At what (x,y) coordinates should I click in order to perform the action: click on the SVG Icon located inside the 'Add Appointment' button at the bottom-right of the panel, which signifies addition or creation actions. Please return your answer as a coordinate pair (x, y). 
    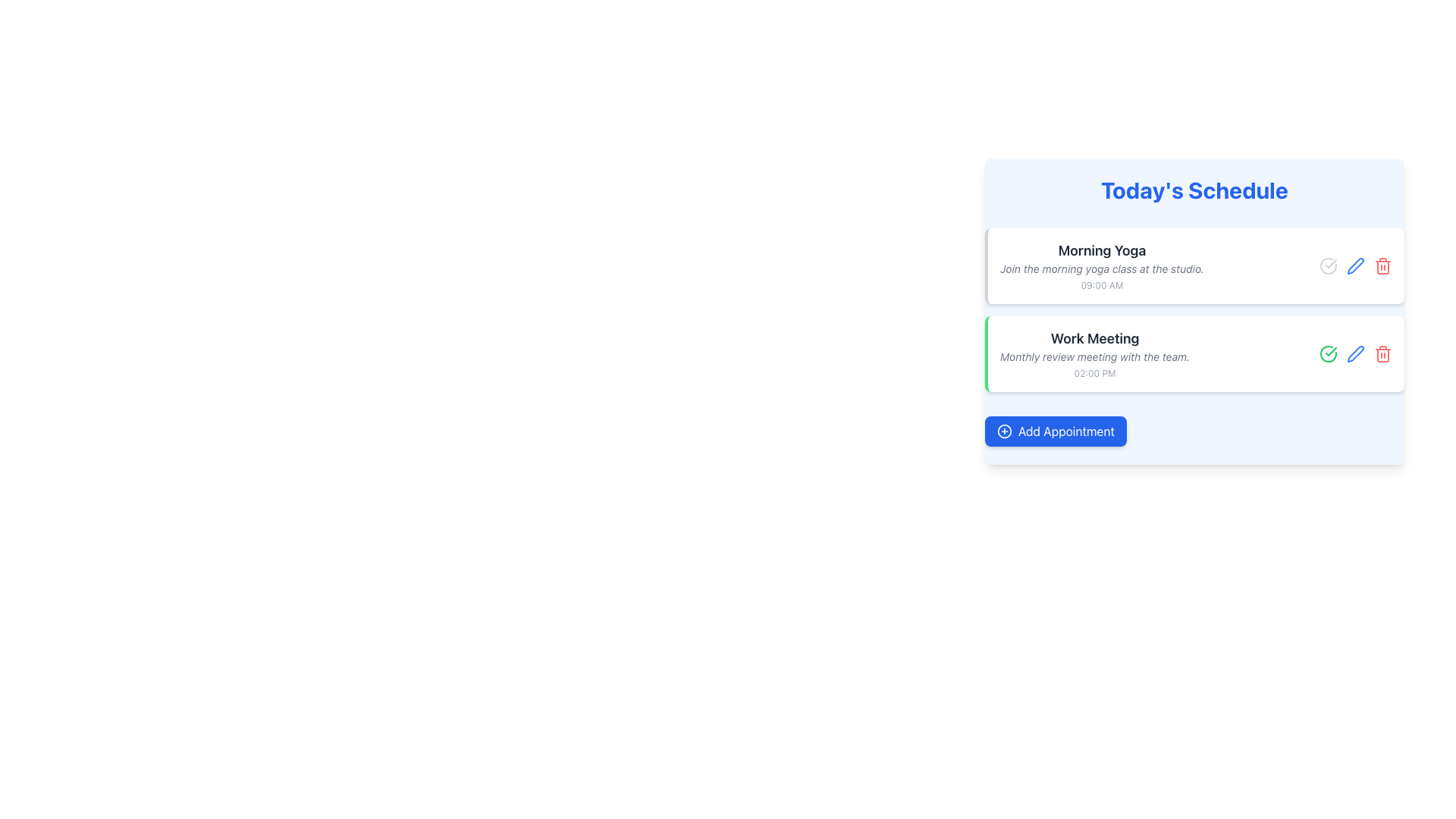
    Looking at the image, I should click on (1004, 431).